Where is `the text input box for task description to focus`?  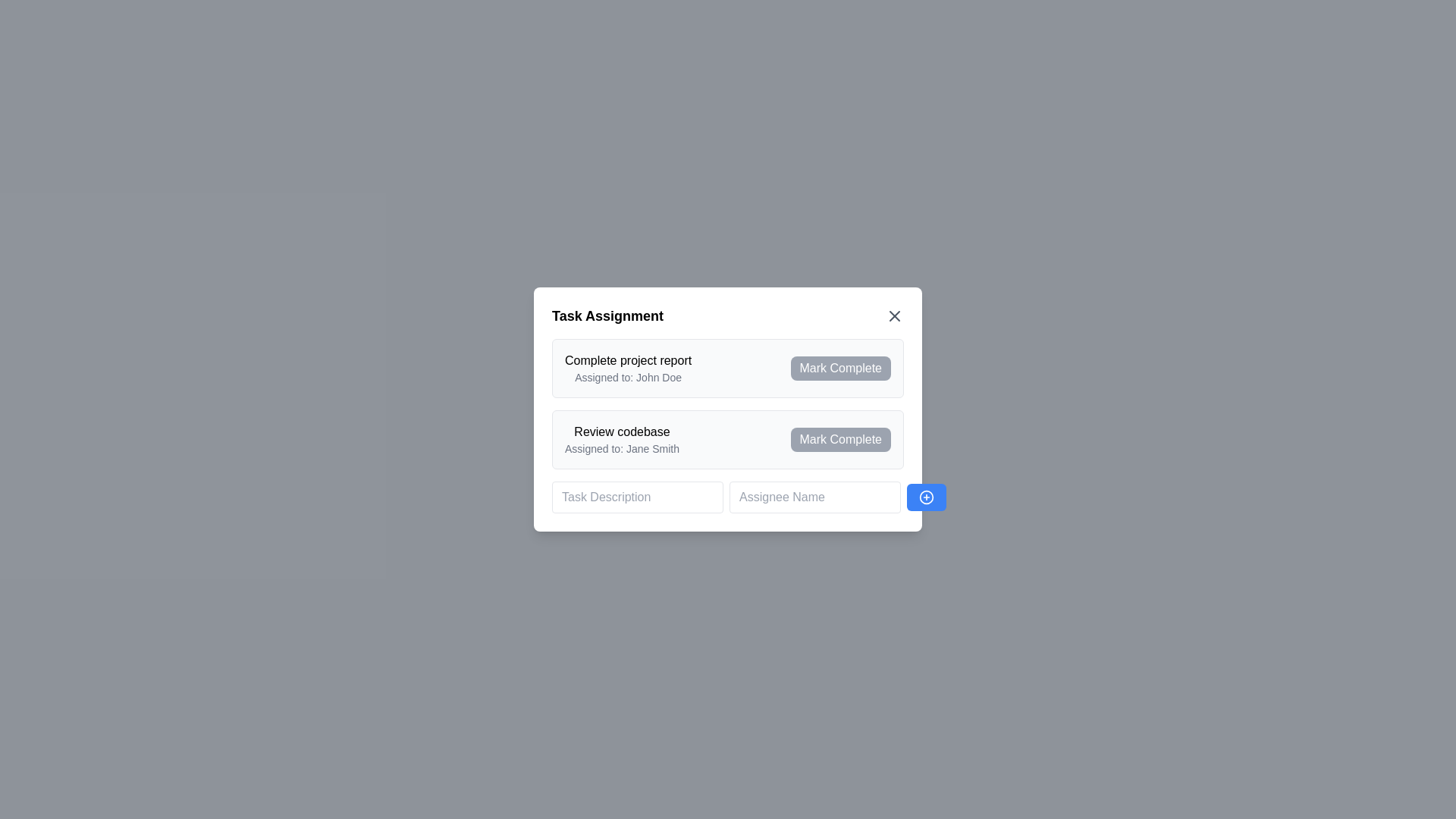 the text input box for task description to focus is located at coordinates (637, 497).